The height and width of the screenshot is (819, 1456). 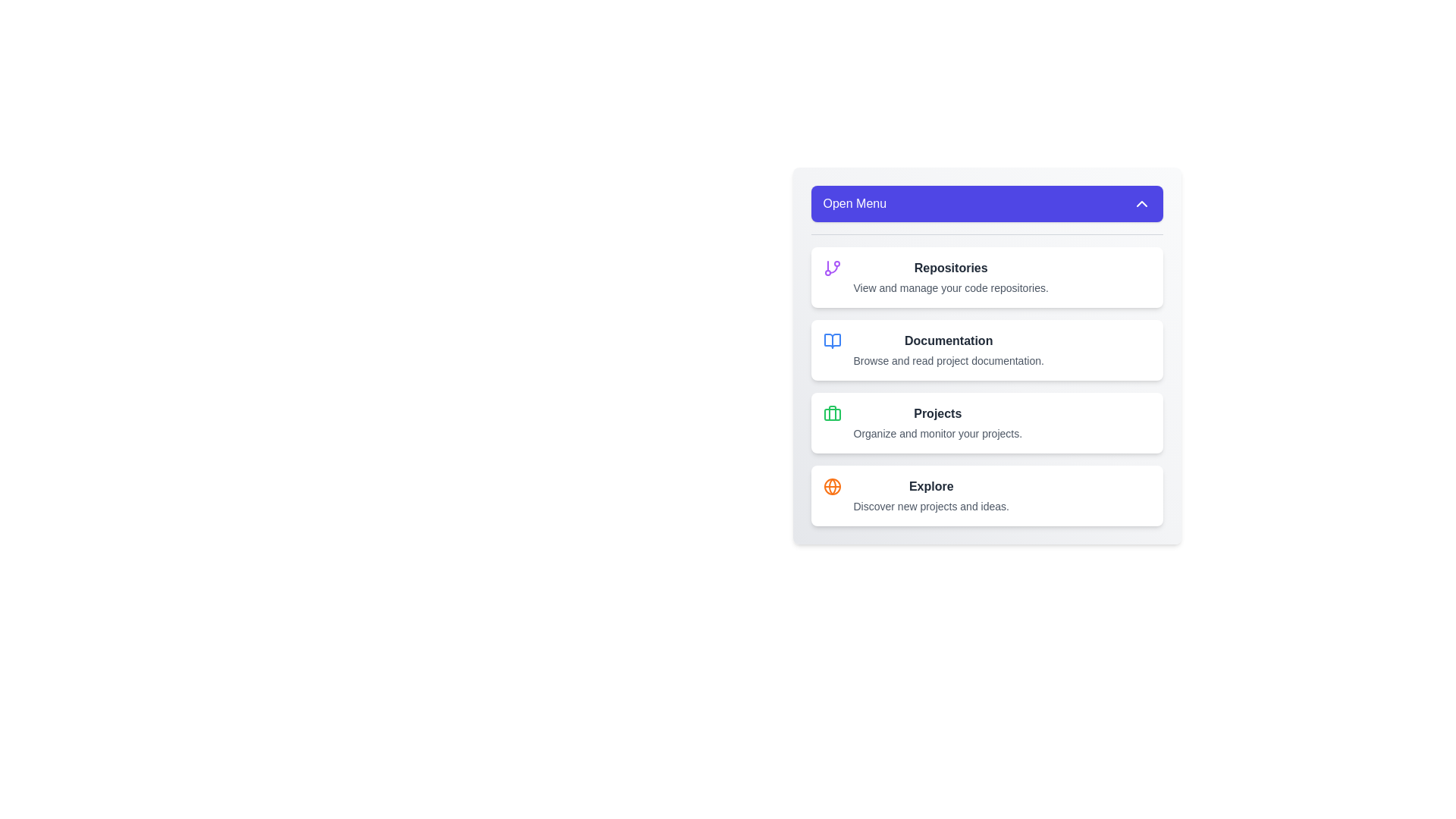 What do you see at coordinates (831, 341) in the screenshot?
I see `the small blue book-like icon located adjacent to the title 'Documentation' for visual context` at bounding box center [831, 341].